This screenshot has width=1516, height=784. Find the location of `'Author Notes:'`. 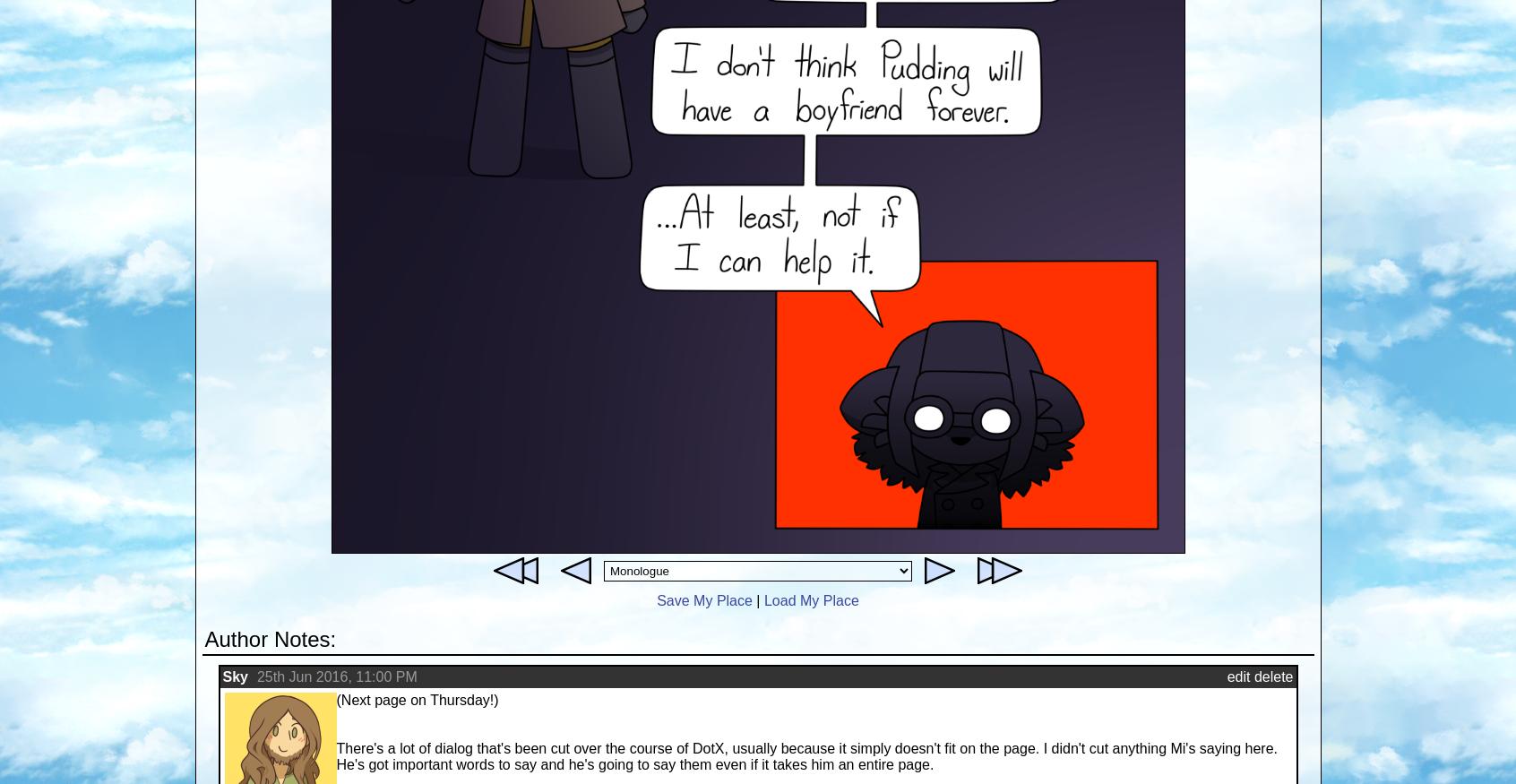

'Author Notes:' is located at coordinates (204, 639).